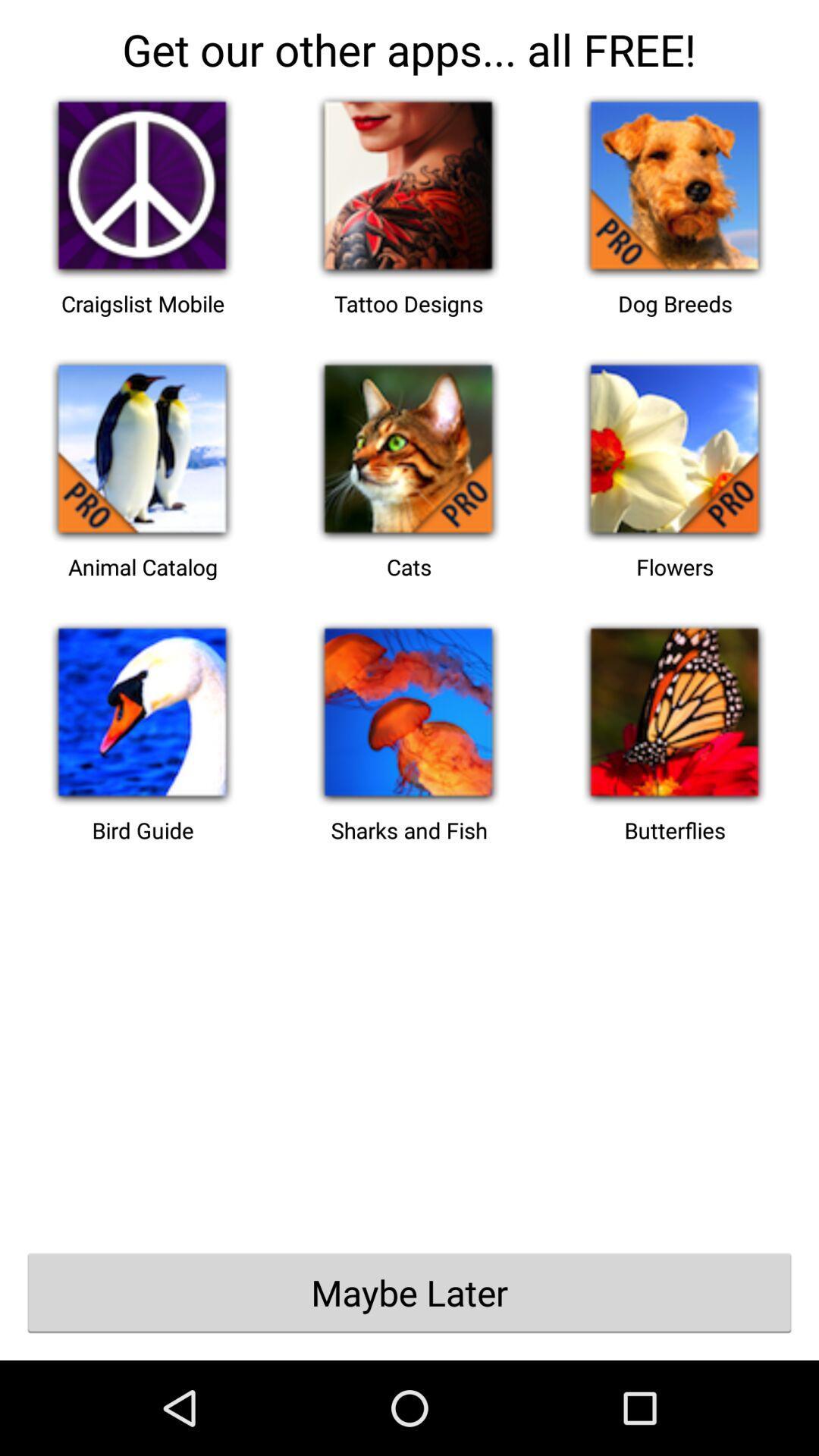  What do you see at coordinates (409, 1291) in the screenshot?
I see `the button at the bottom` at bounding box center [409, 1291].